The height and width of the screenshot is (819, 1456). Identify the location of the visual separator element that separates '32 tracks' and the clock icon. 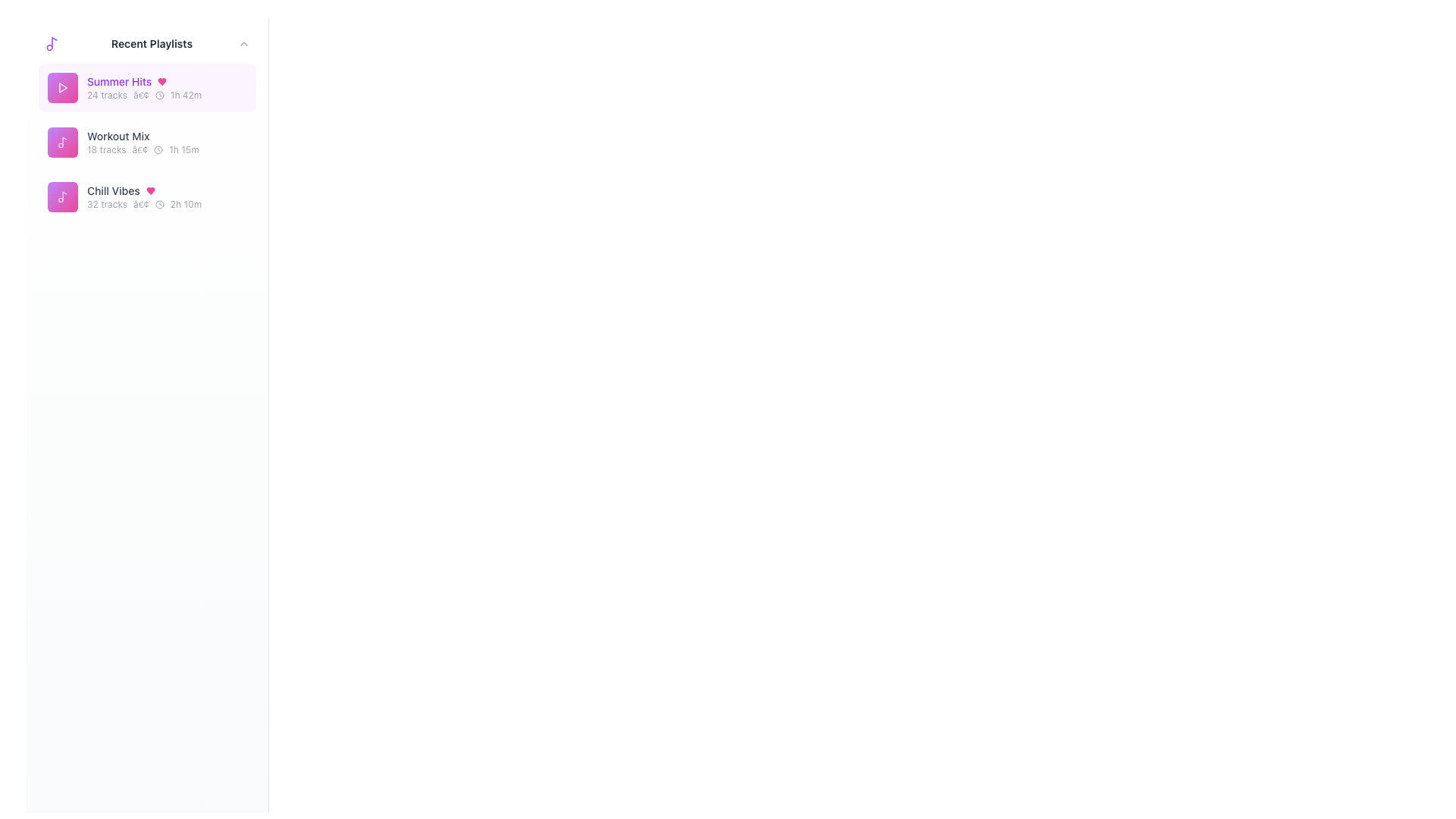
(141, 205).